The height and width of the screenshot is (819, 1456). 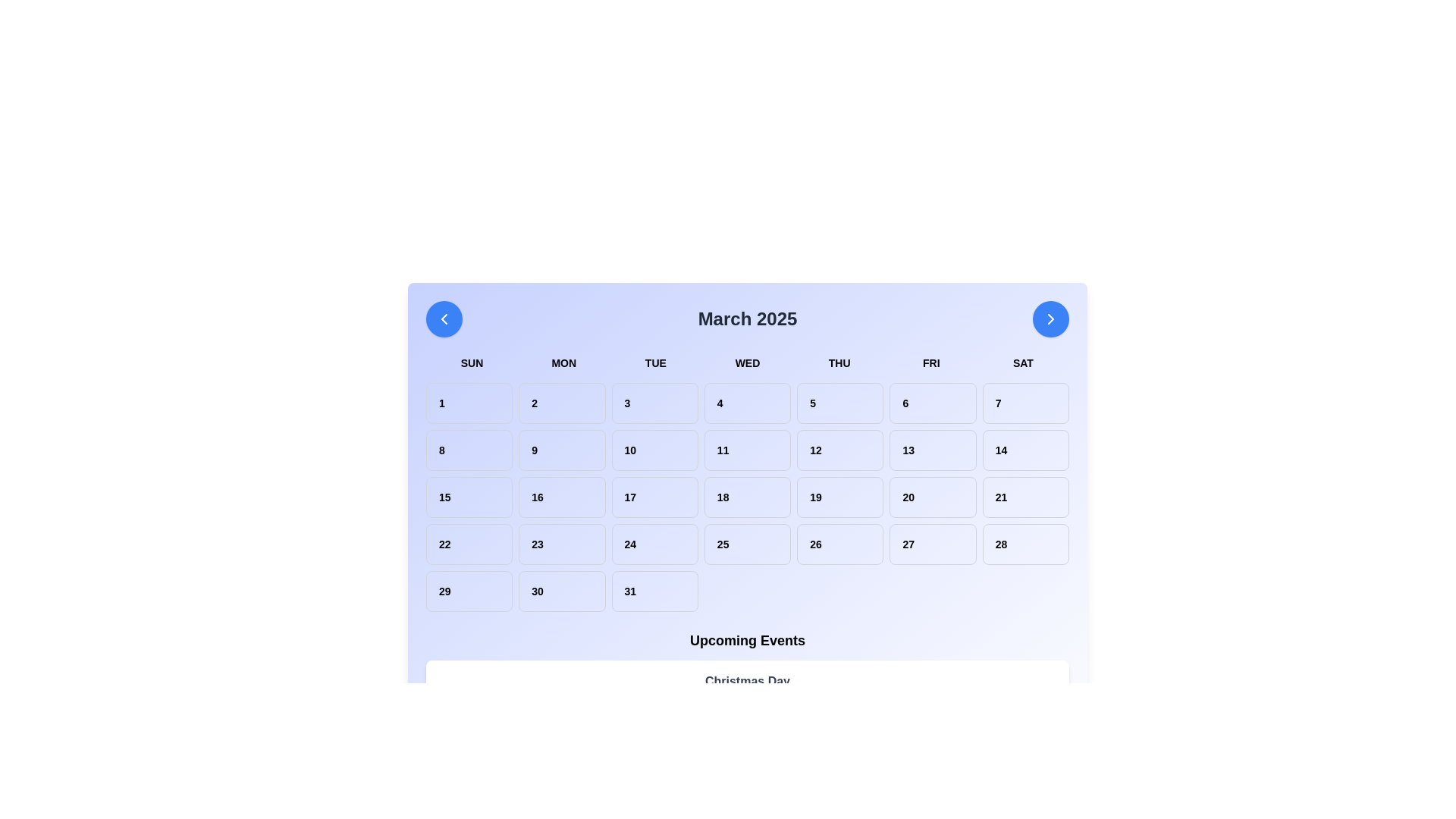 What do you see at coordinates (471, 362) in the screenshot?
I see `the header label indicating the Sunday column in the calendar, which is the leftmost position in the week header row` at bounding box center [471, 362].